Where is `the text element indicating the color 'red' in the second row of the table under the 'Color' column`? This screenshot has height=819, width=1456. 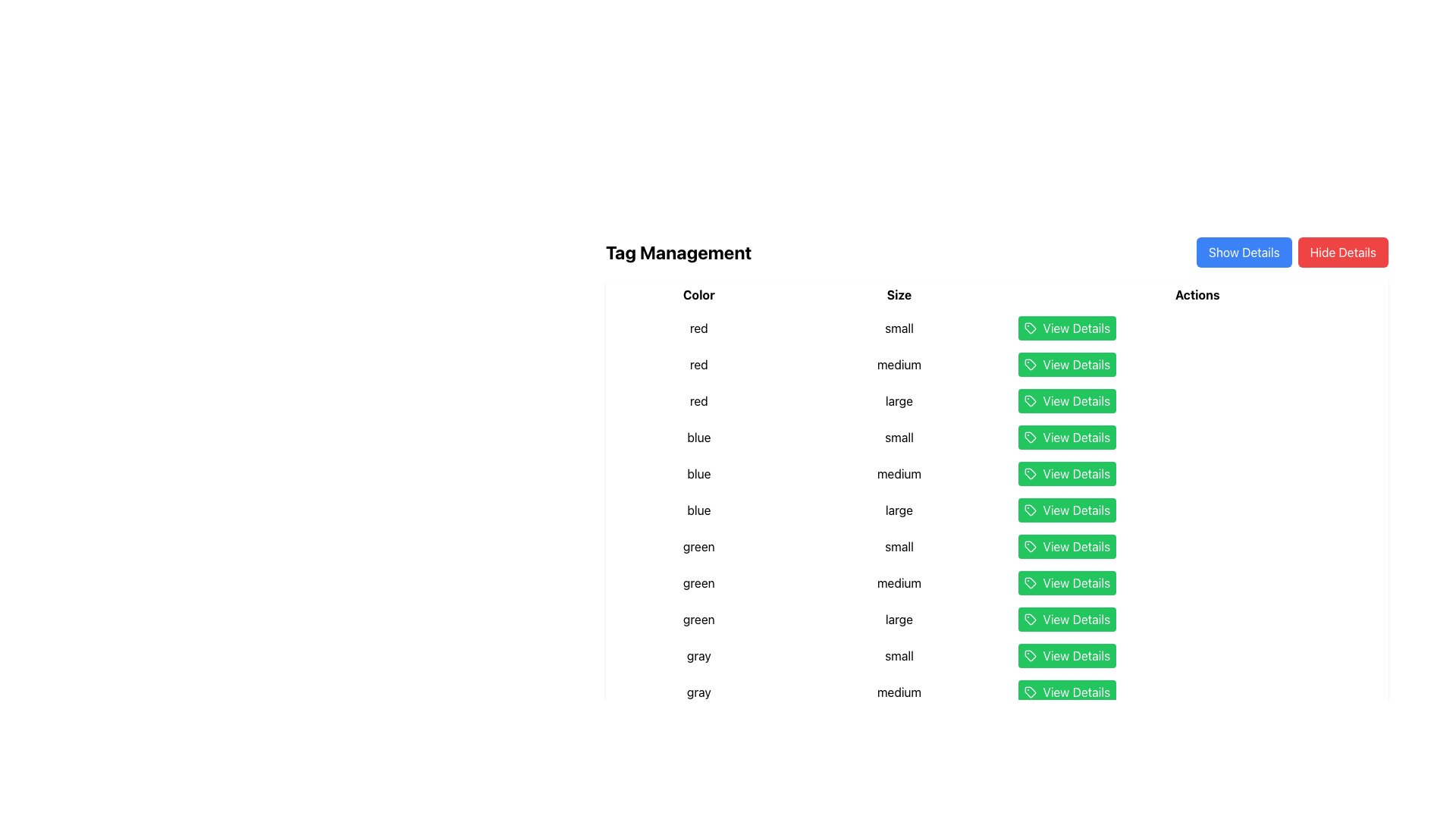
the text element indicating the color 'red' in the second row of the table under the 'Color' column is located at coordinates (698, 365).